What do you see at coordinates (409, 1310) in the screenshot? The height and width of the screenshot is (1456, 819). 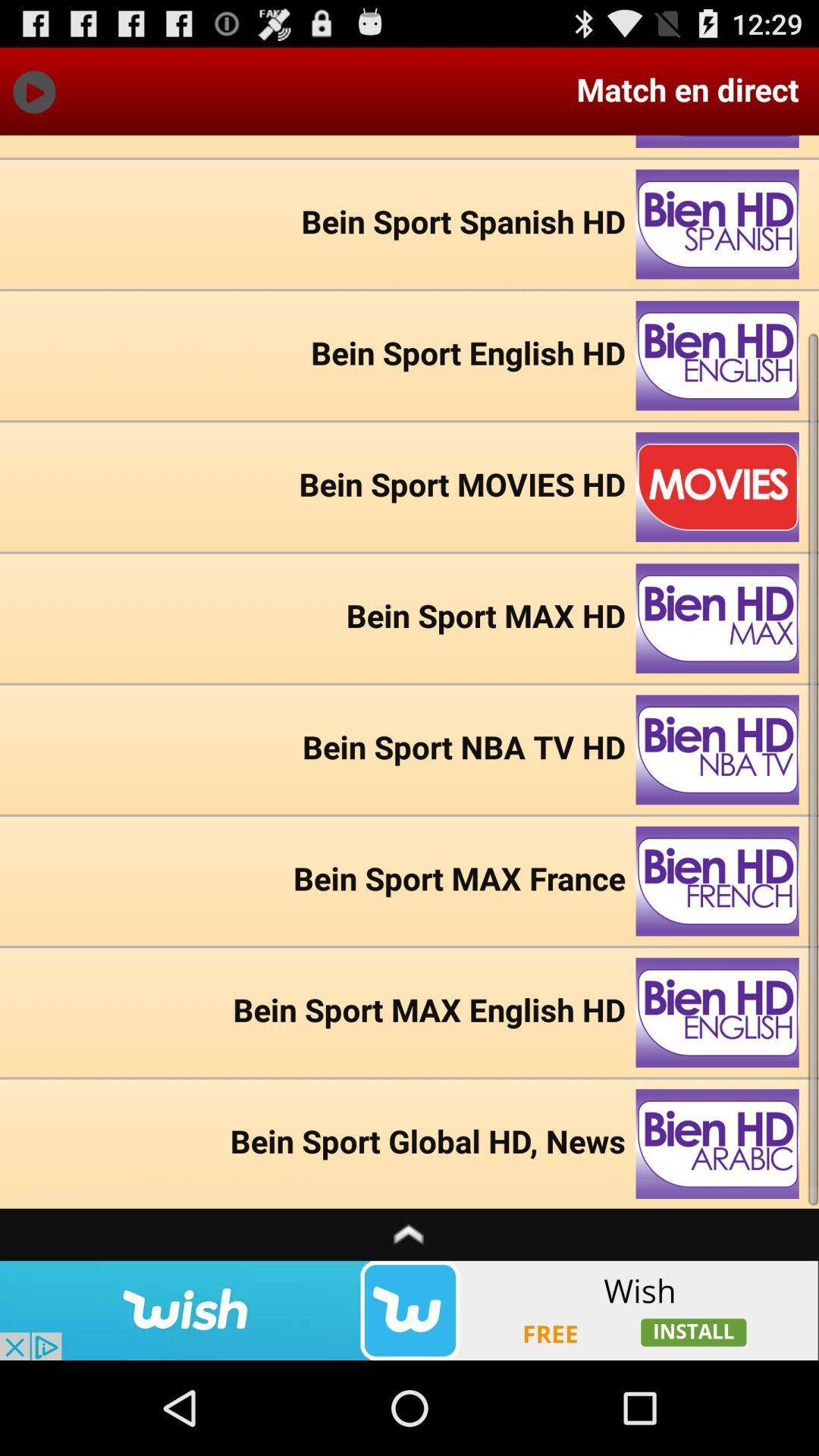 I see `wish` at bounding box center [409, 1310].